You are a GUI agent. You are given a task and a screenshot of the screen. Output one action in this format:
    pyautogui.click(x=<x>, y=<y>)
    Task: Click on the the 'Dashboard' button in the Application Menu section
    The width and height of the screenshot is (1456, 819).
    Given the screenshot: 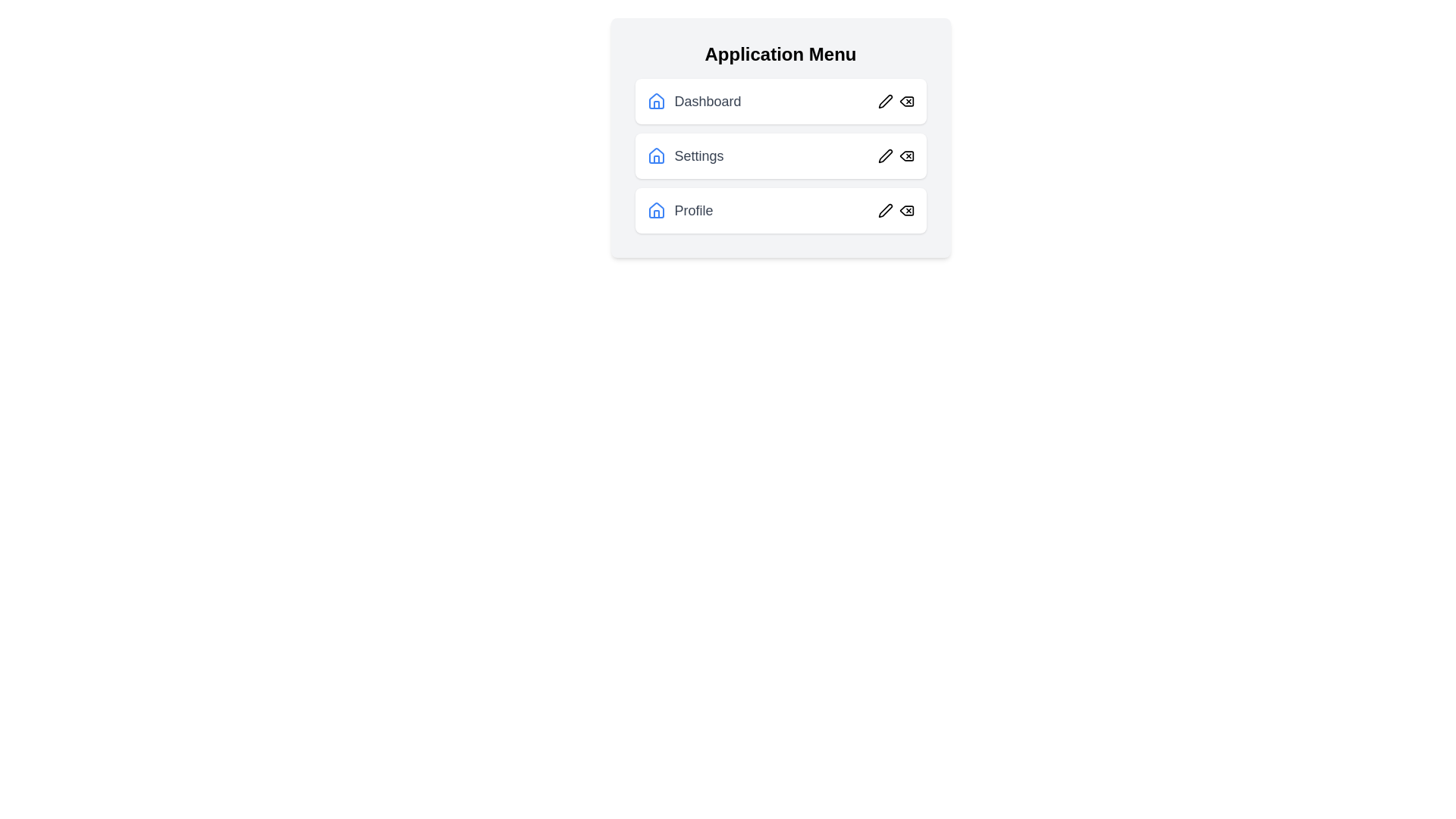 What is the action you would take?
    pyautogui.click(x=780, y=102)
    